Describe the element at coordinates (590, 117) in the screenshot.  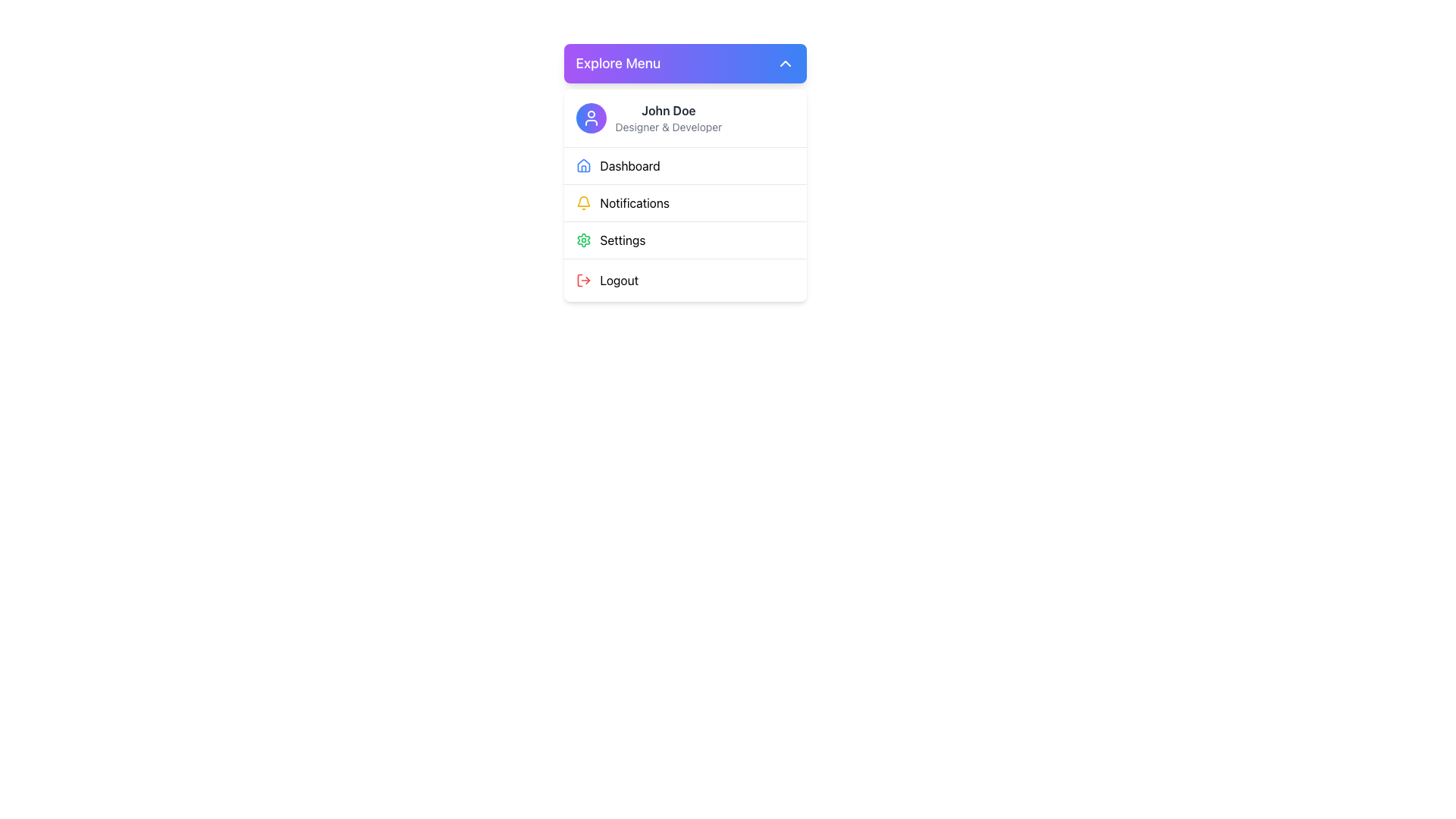
I see `the Profile Icon, which is a circular icon with a gradient background from blue to purple, featuring a white line illustration of a person. This icon is located at the top-left of a menu card, to the left of the text 'John Doe' and the subtitle 'Designer & Developer'` at that location.